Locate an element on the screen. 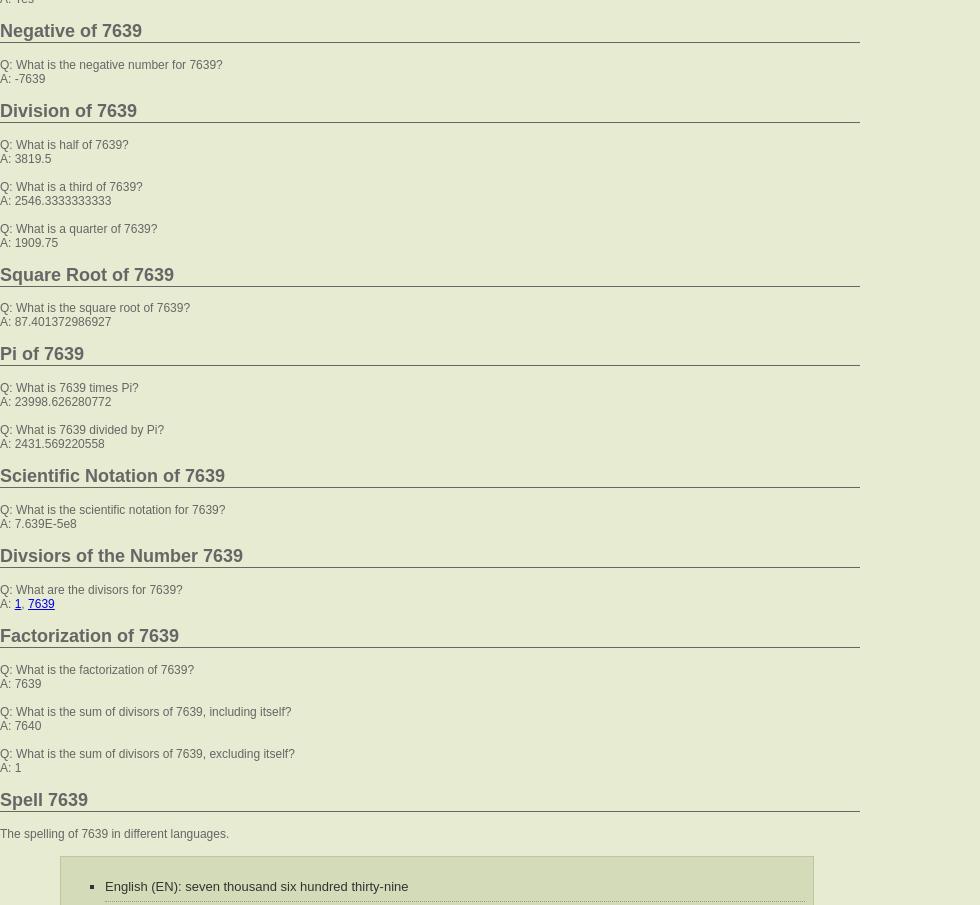  'Q: What is a third of 7639?' is located at coordinates (70, 185).